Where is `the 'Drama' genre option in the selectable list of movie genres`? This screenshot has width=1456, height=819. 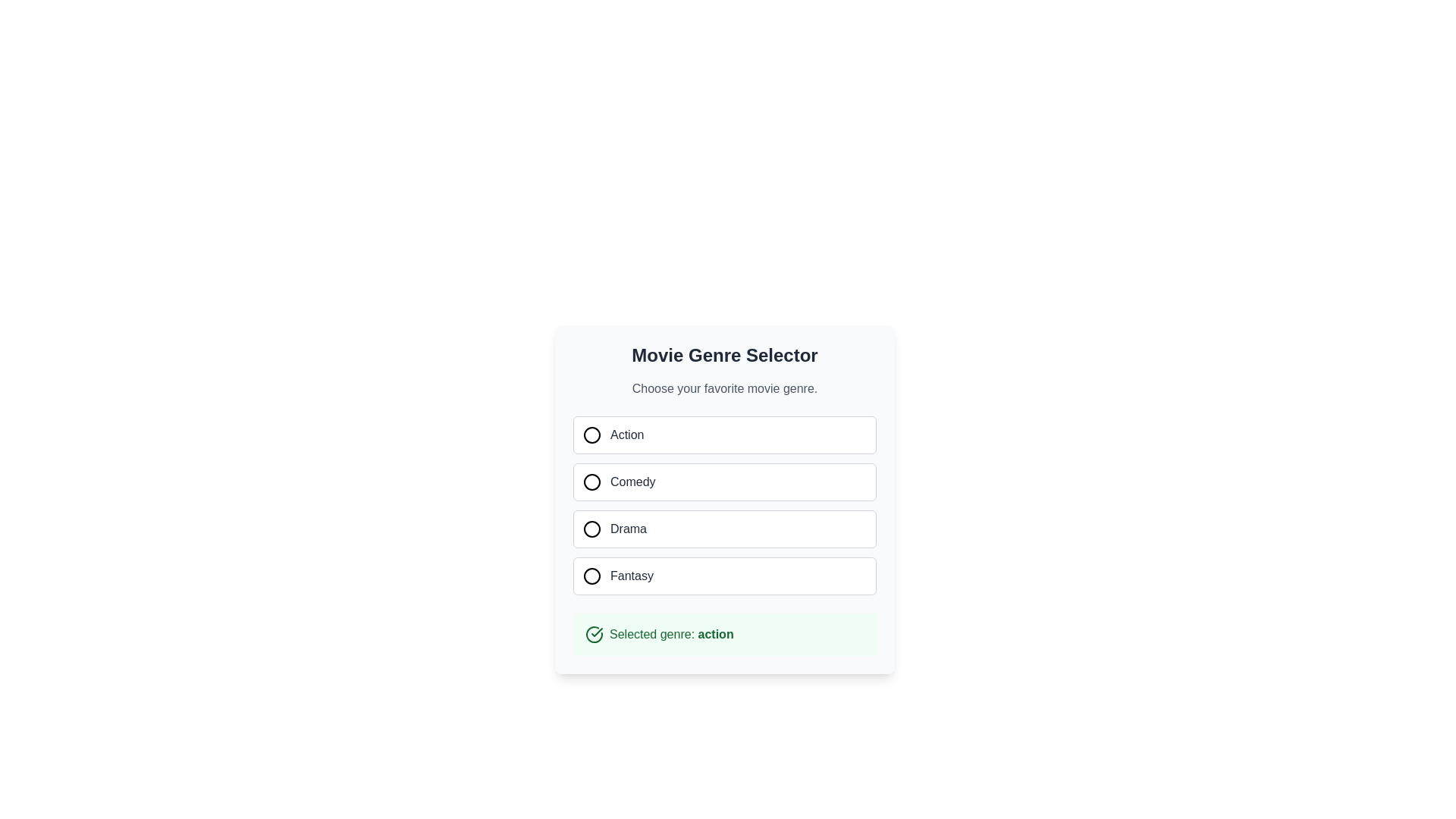 the 'Drama' genre option in the selectable list of movie genres is located at coordinates (723, 529).